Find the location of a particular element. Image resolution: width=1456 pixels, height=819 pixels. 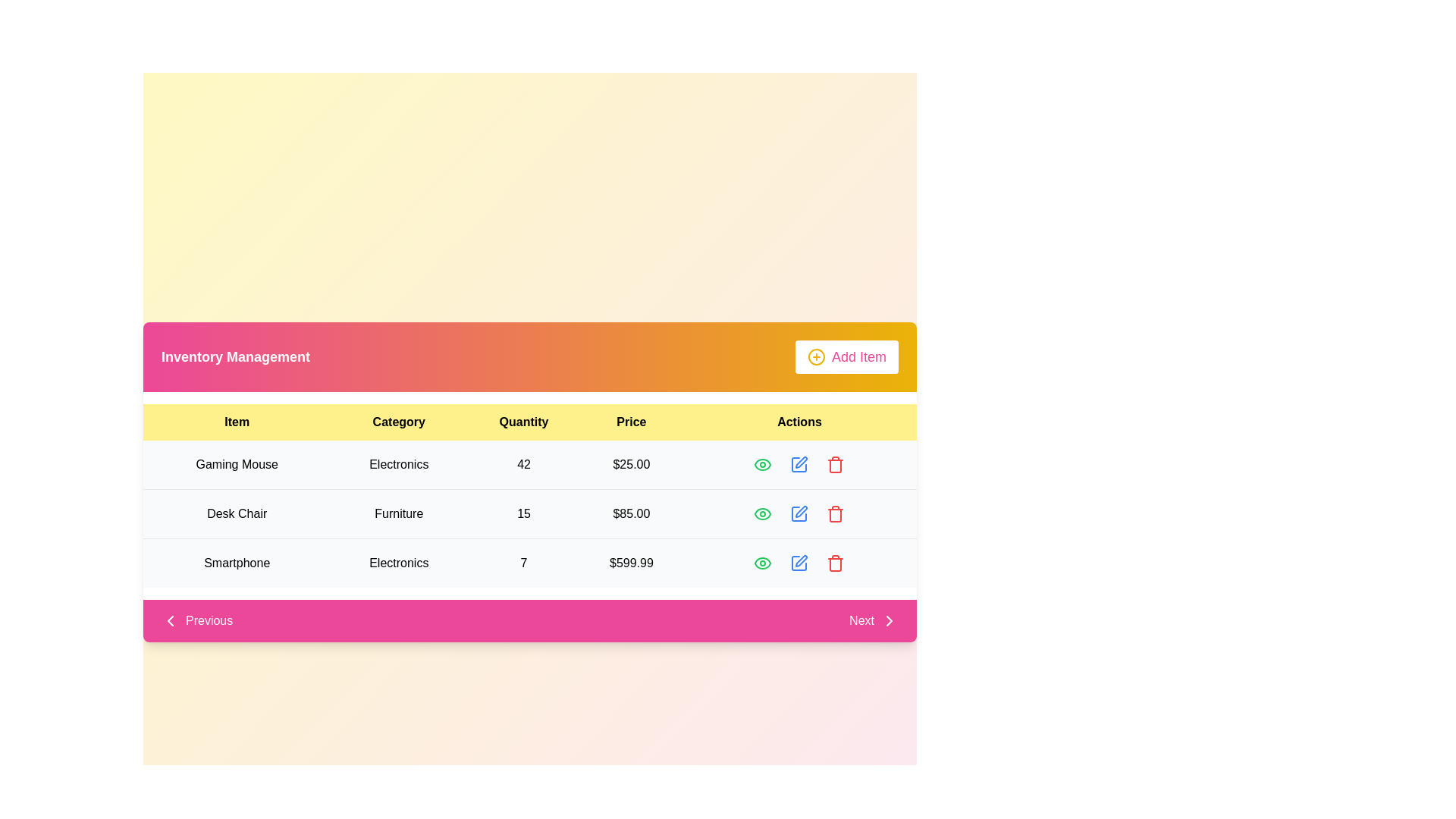

the small, upward-facing arrow-shaped icon located at the bottom-left corner of the interface, adjacent to the 'Previous' button is located at coordinates (171, 620).